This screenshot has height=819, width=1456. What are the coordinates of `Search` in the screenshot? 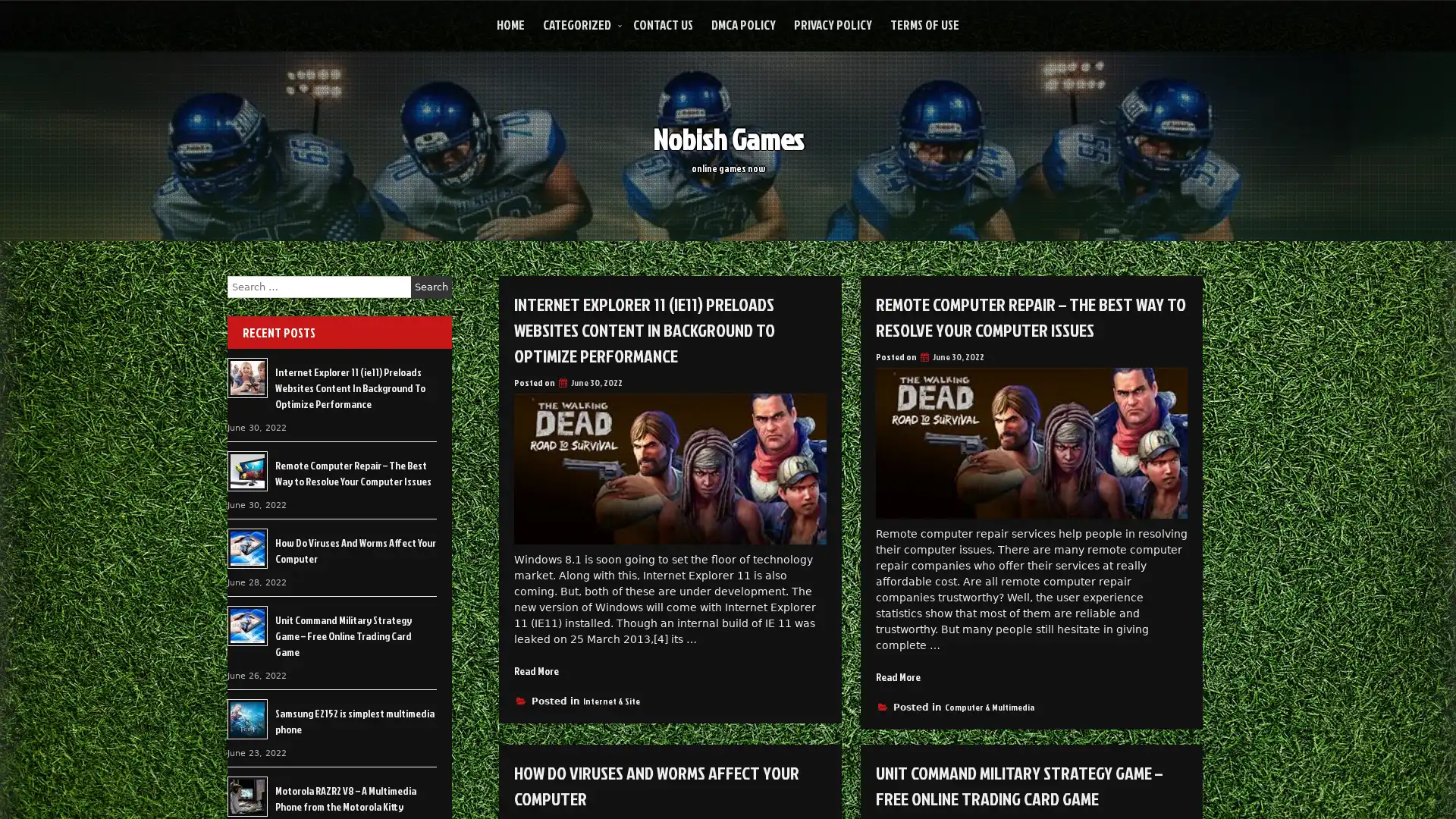 It's located at (431, 287).